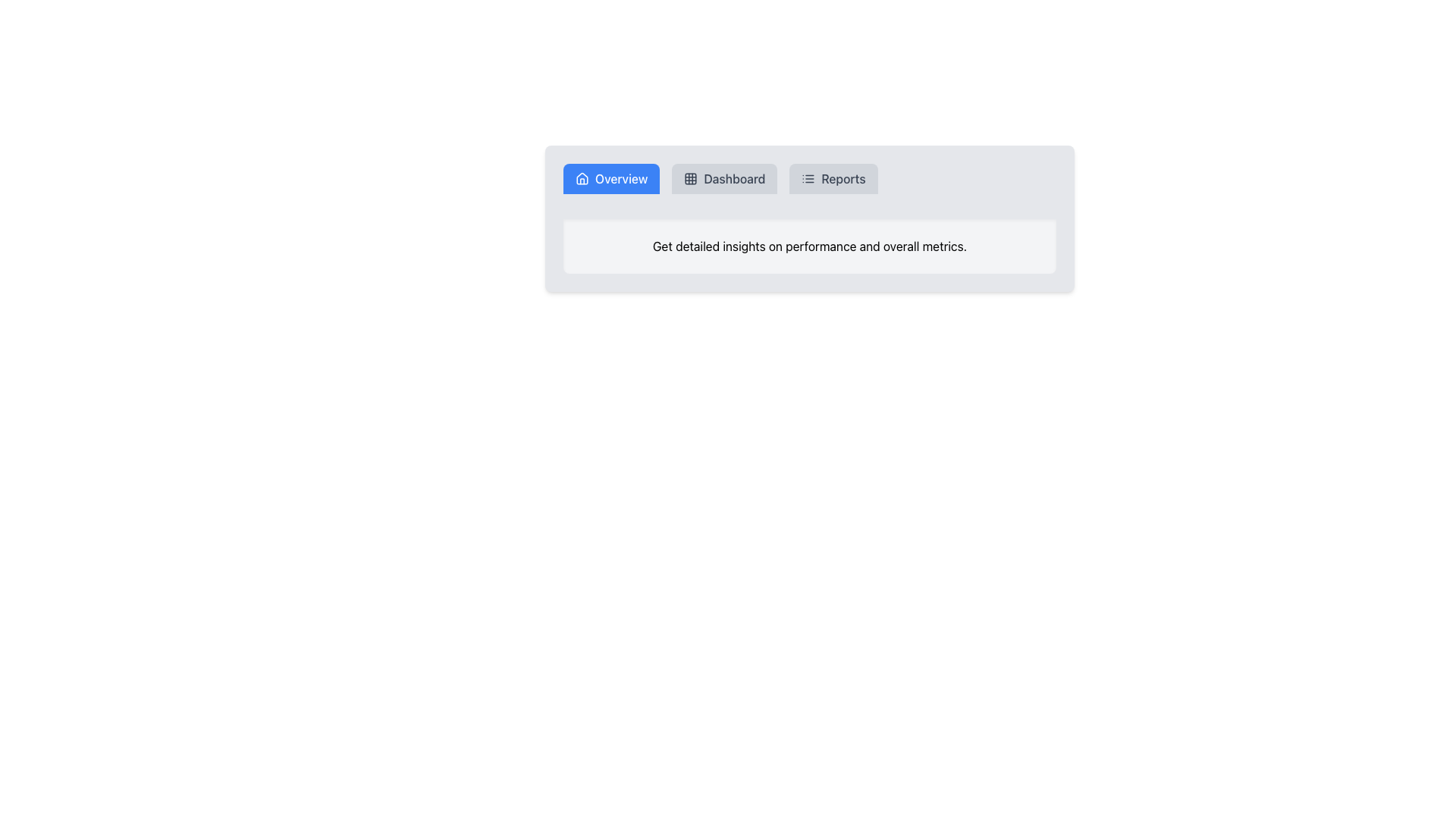 This screenshot has width=1456, height=819. What do you see at coordinates (582, 177) in the screenshot?
I see `the decorative icon representing the 'Overview' section, which is located centrally within the 'Overview' tab in the top-left segment of the interface` at bounding box center [582, 177].